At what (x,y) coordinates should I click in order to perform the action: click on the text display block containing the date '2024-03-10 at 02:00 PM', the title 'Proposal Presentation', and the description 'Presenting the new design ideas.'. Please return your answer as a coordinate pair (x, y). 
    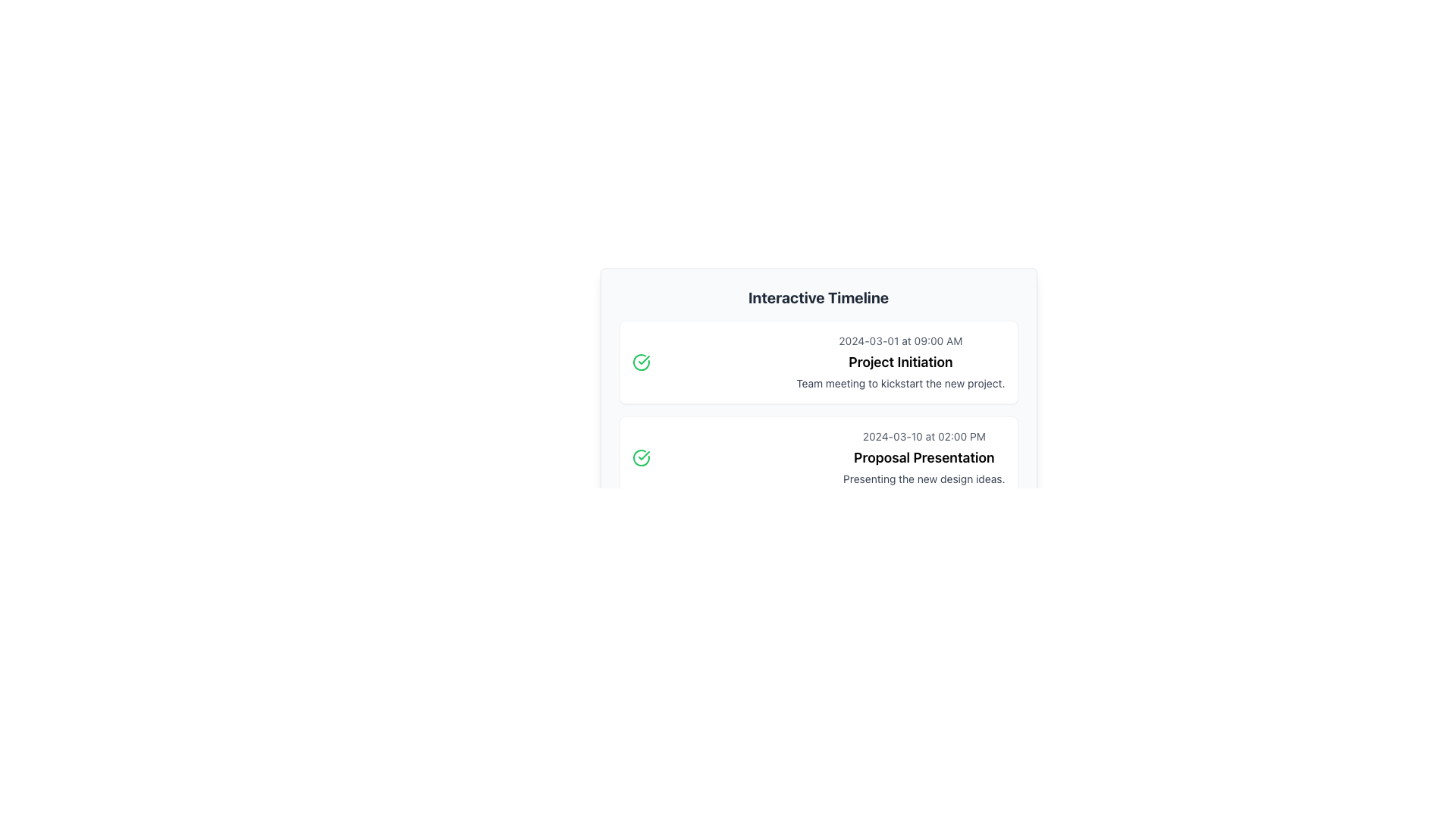
    Looking at the image, I should click on (923, 457).